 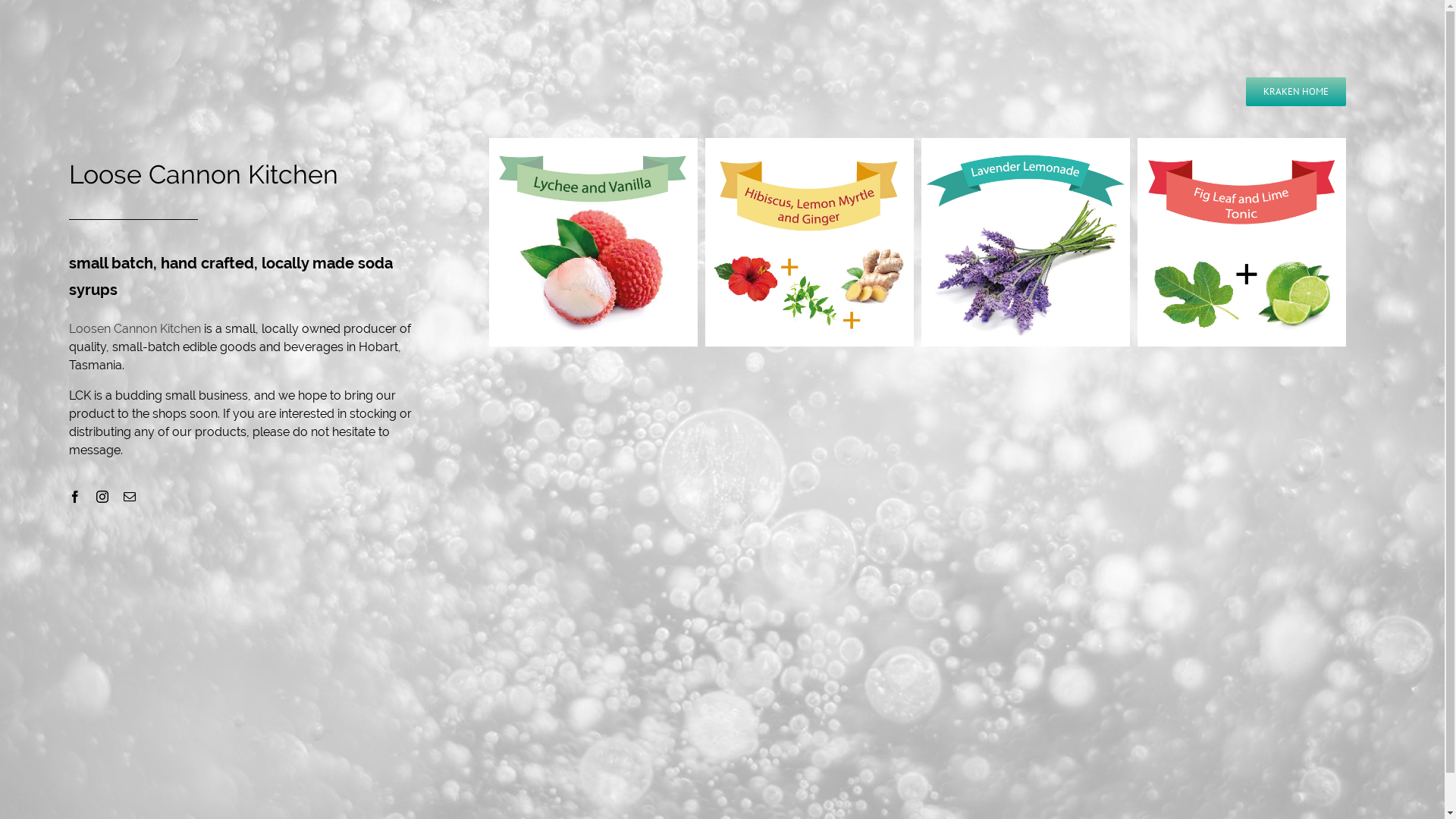 What do you see at coordinates (1241, 241) in the screenshot?
I see `'Fig Leaf and Lime'` at bounding box center [1241, 241].